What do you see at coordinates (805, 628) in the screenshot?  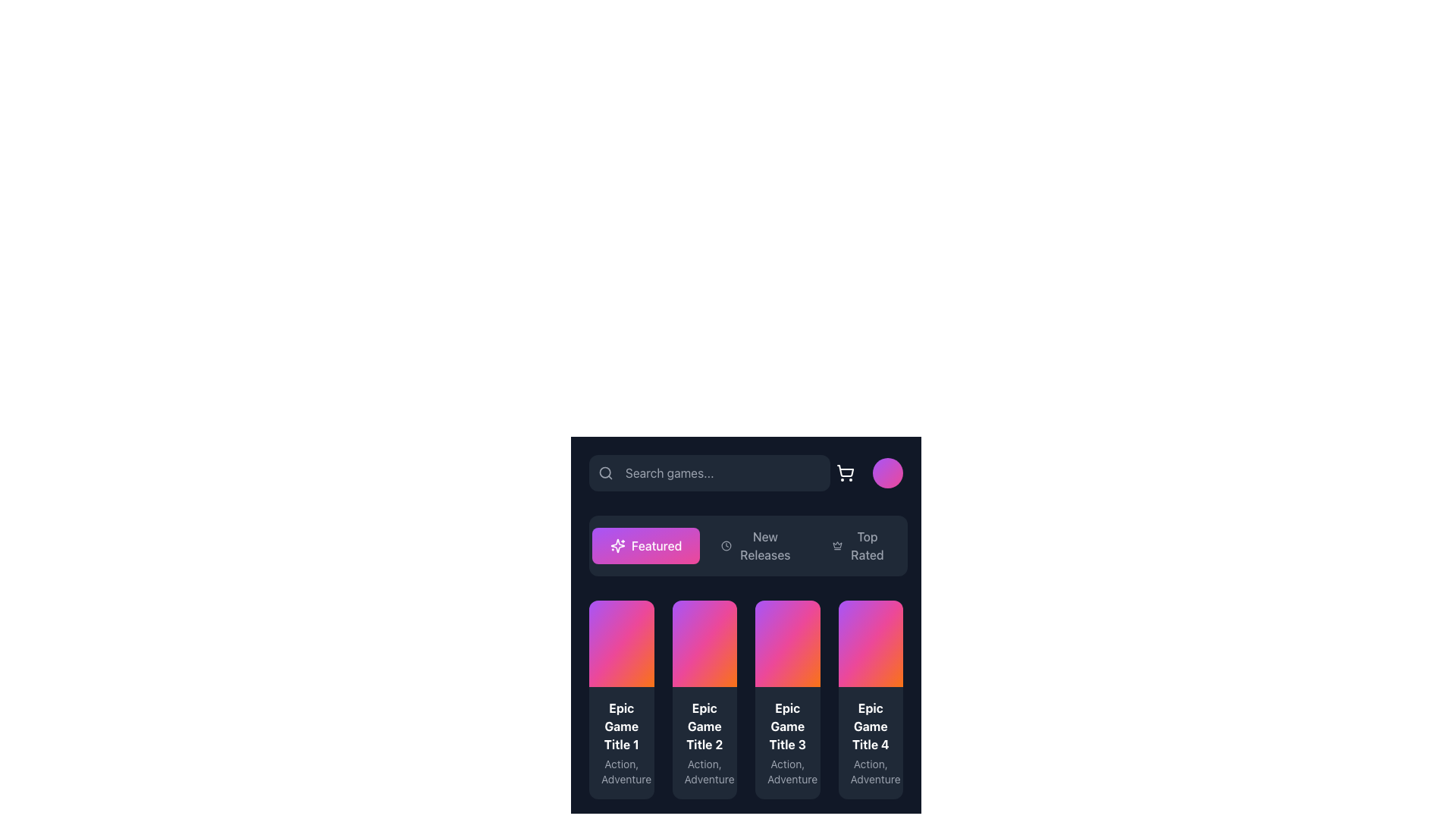 I see `the heart-shaped icon at the right end beneath the third game title card for keyboard interaction` at bounding box center [805, 628].